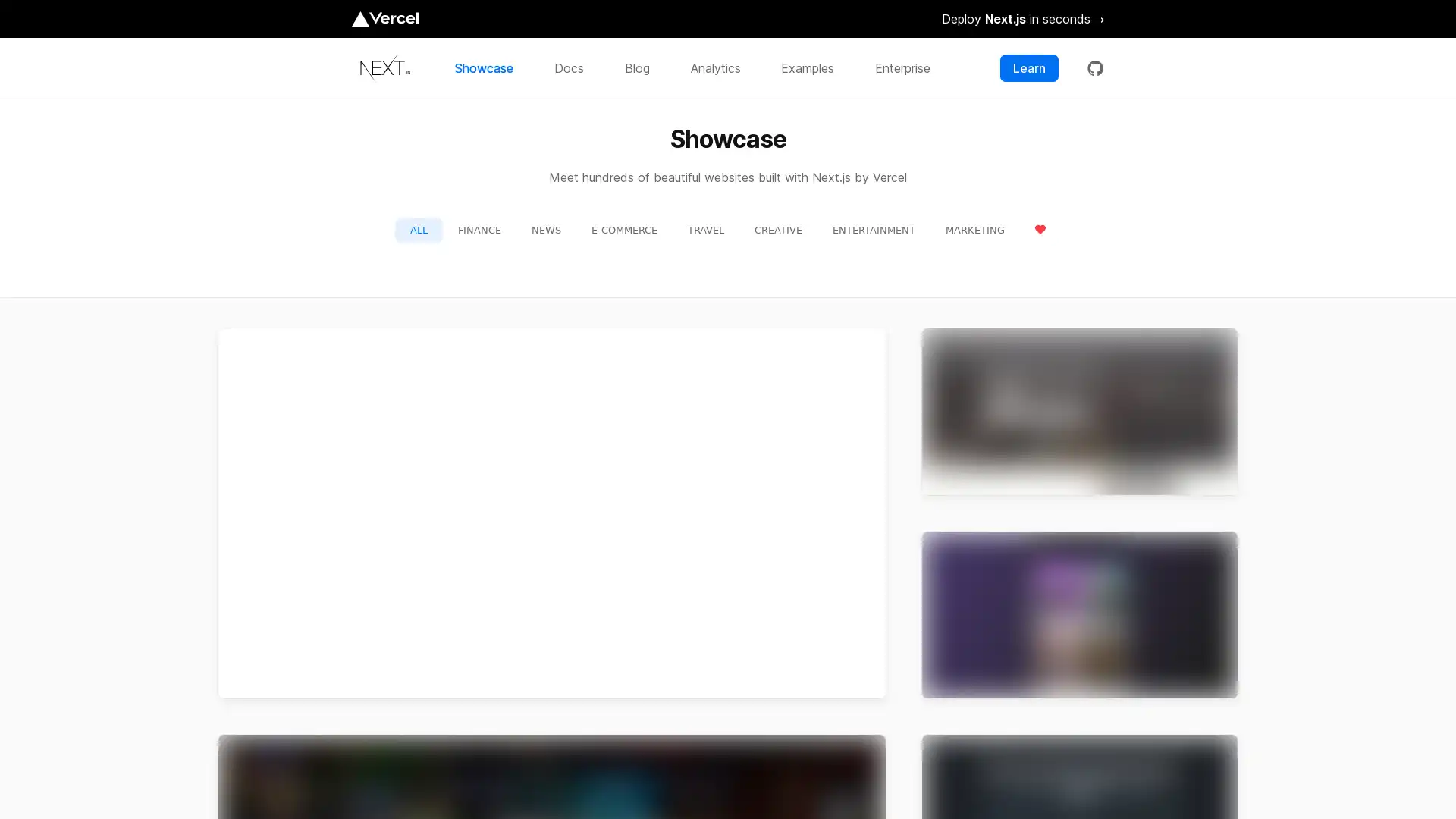 The width and height of the screenshot is (1456, 819). What do you see at coordinates (975, 230) in the screenshot?
I see `MARKETING` at bounding box center [975, 230].